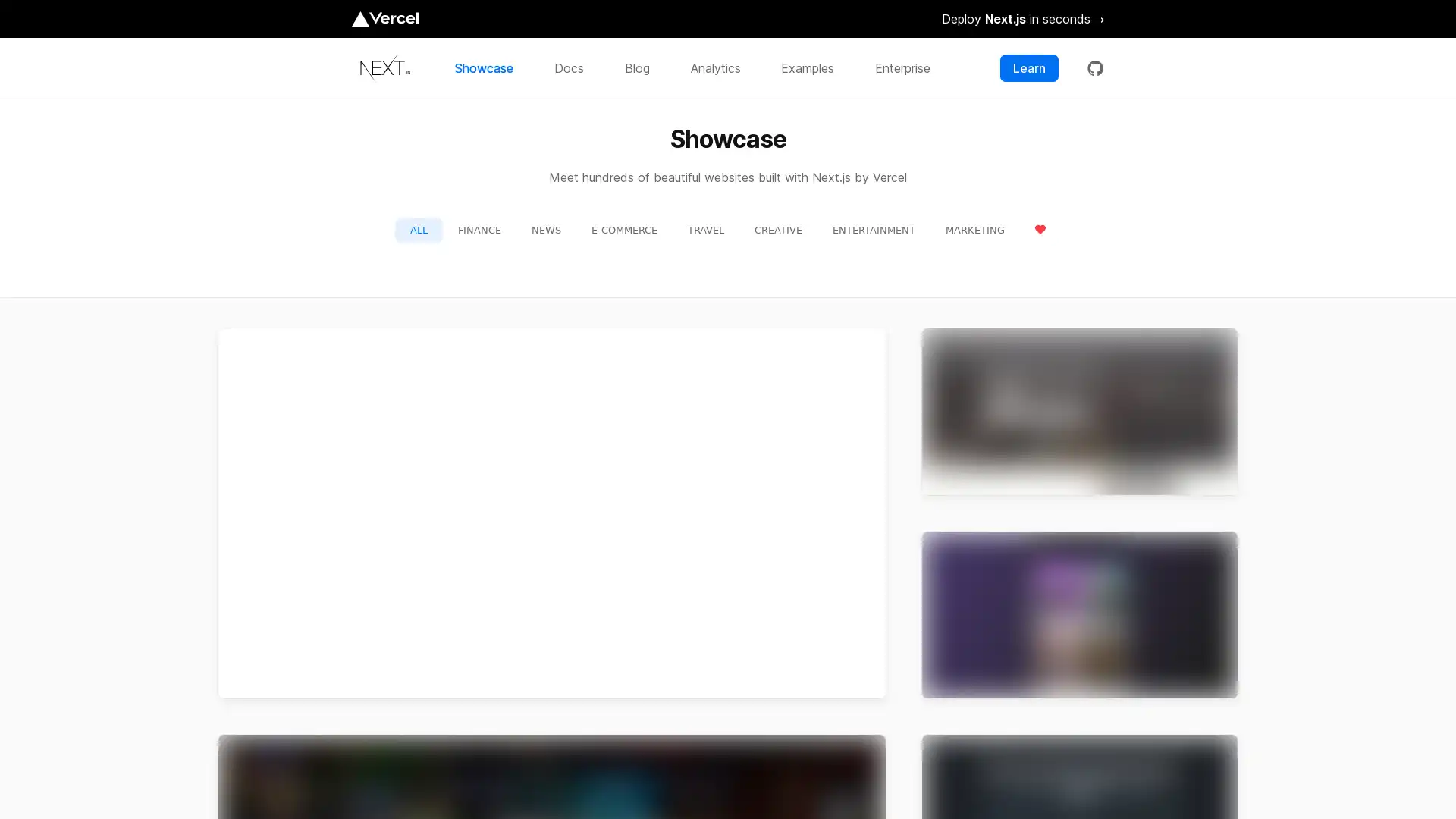 The width and height of the screenshot is (1456, 819). What do you see at coordinates (975, 230) in the screenshot?
I see `MARKETING` at bounding box center [975, 230].